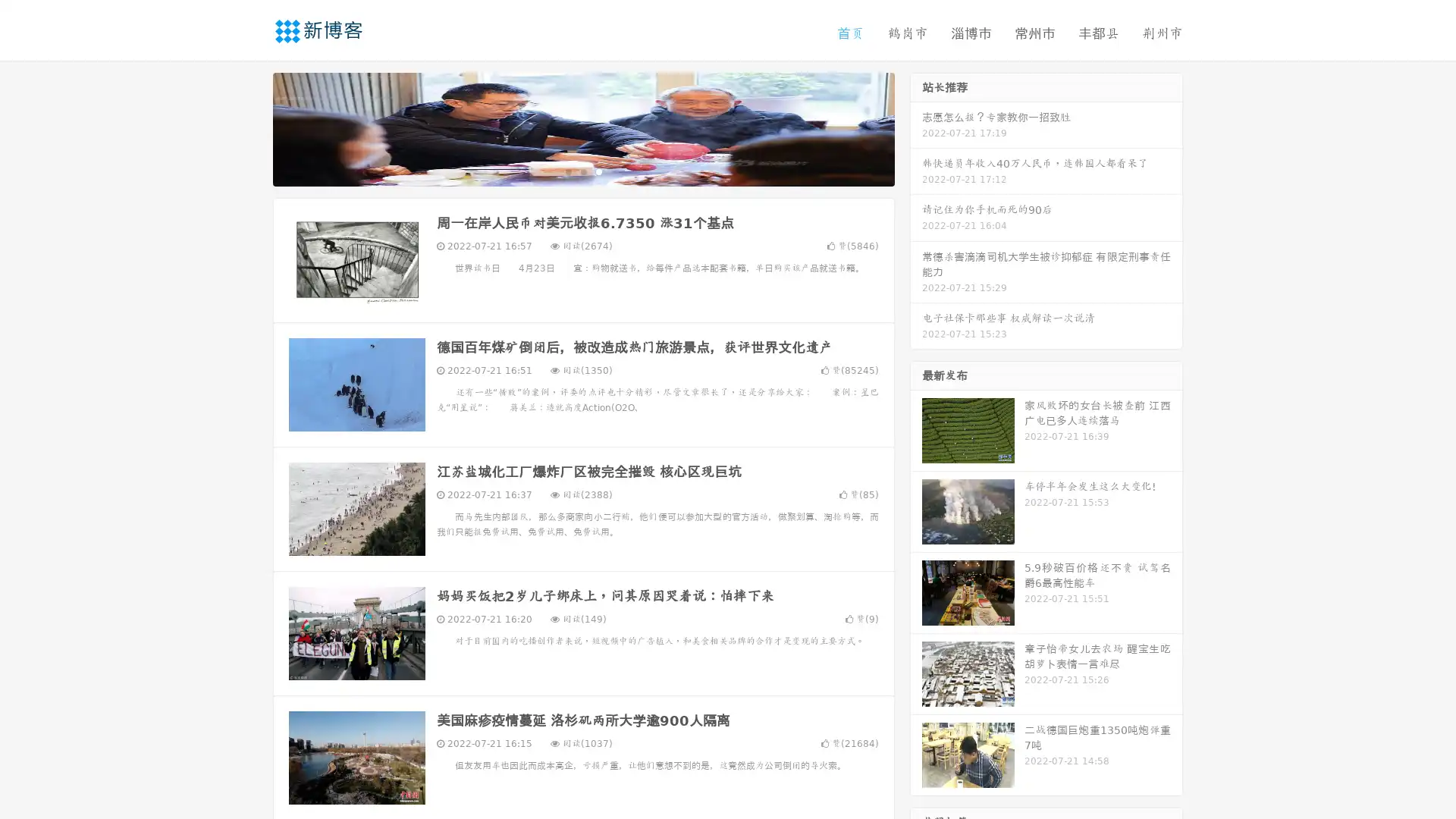 The width and height of the screenshot is (1456, 819). Describe the element at coordinates (250, 127) in the screenshot. I see `Previous slide` at that location.